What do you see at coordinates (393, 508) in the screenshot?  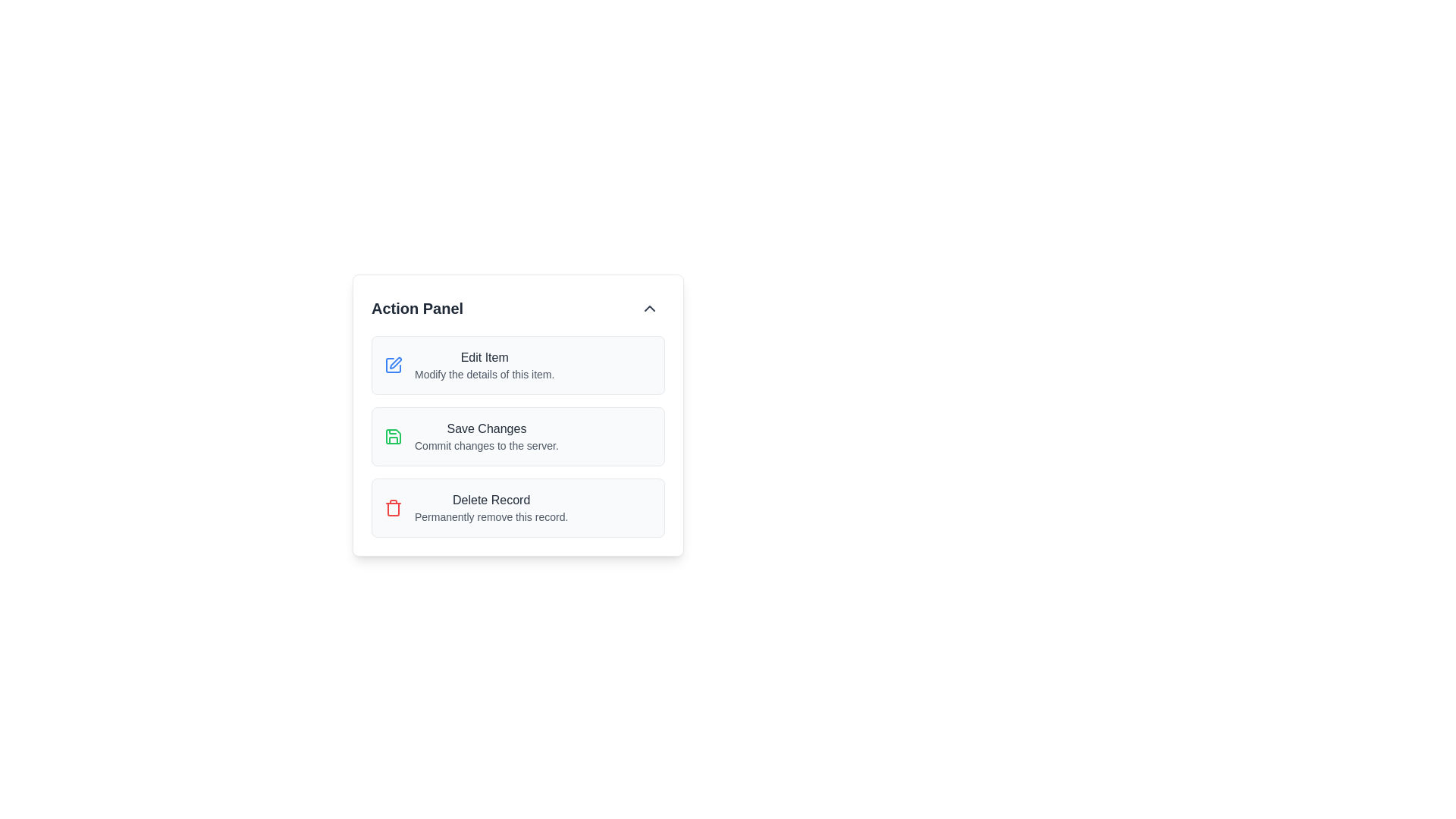 I see `the red trash can icon located in the bottom section of the Action Panel widget` at bounding box center [393, 508].